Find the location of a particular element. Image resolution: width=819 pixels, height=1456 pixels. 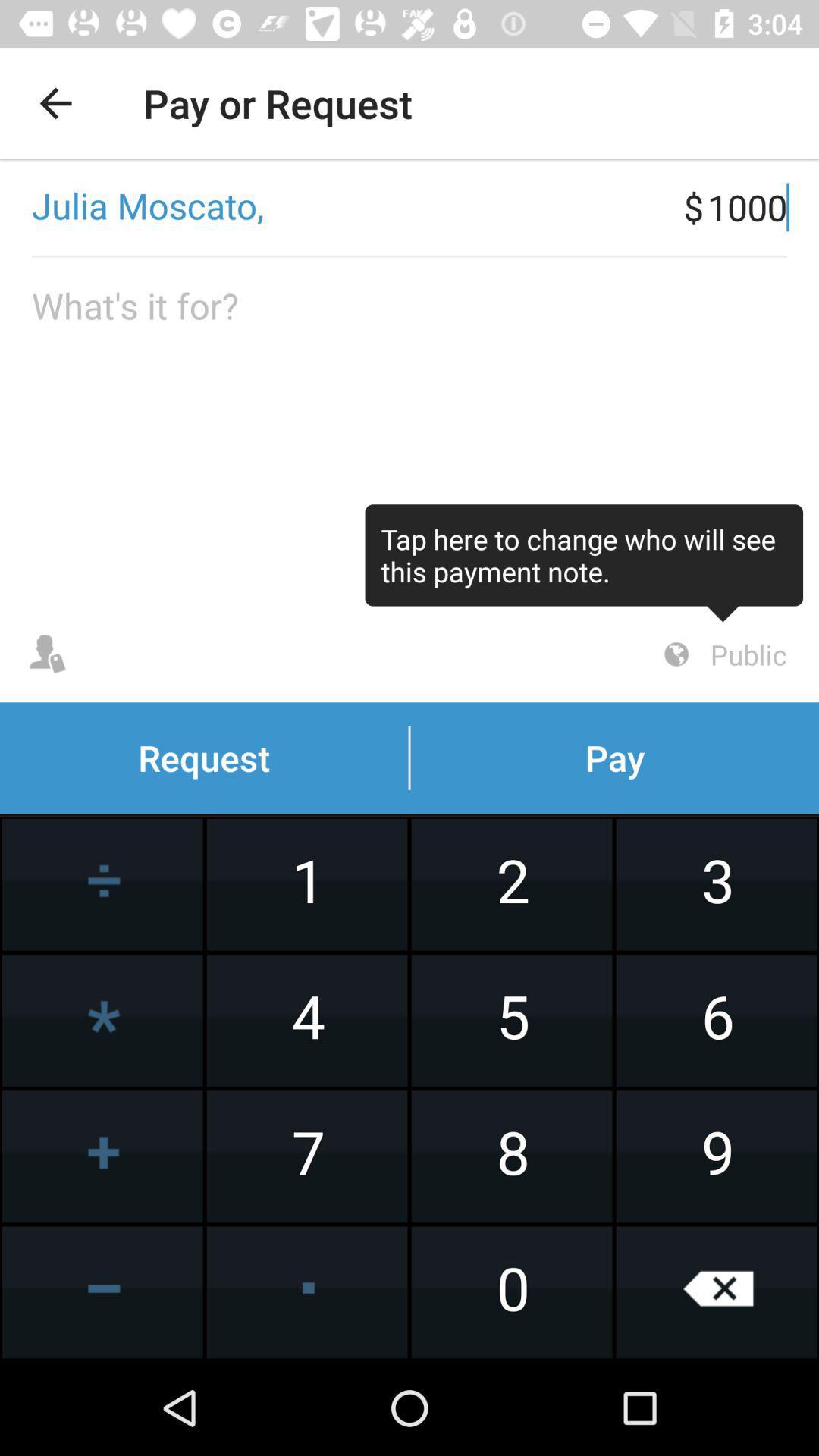

contacts to list is located at coordinates (46, 654).